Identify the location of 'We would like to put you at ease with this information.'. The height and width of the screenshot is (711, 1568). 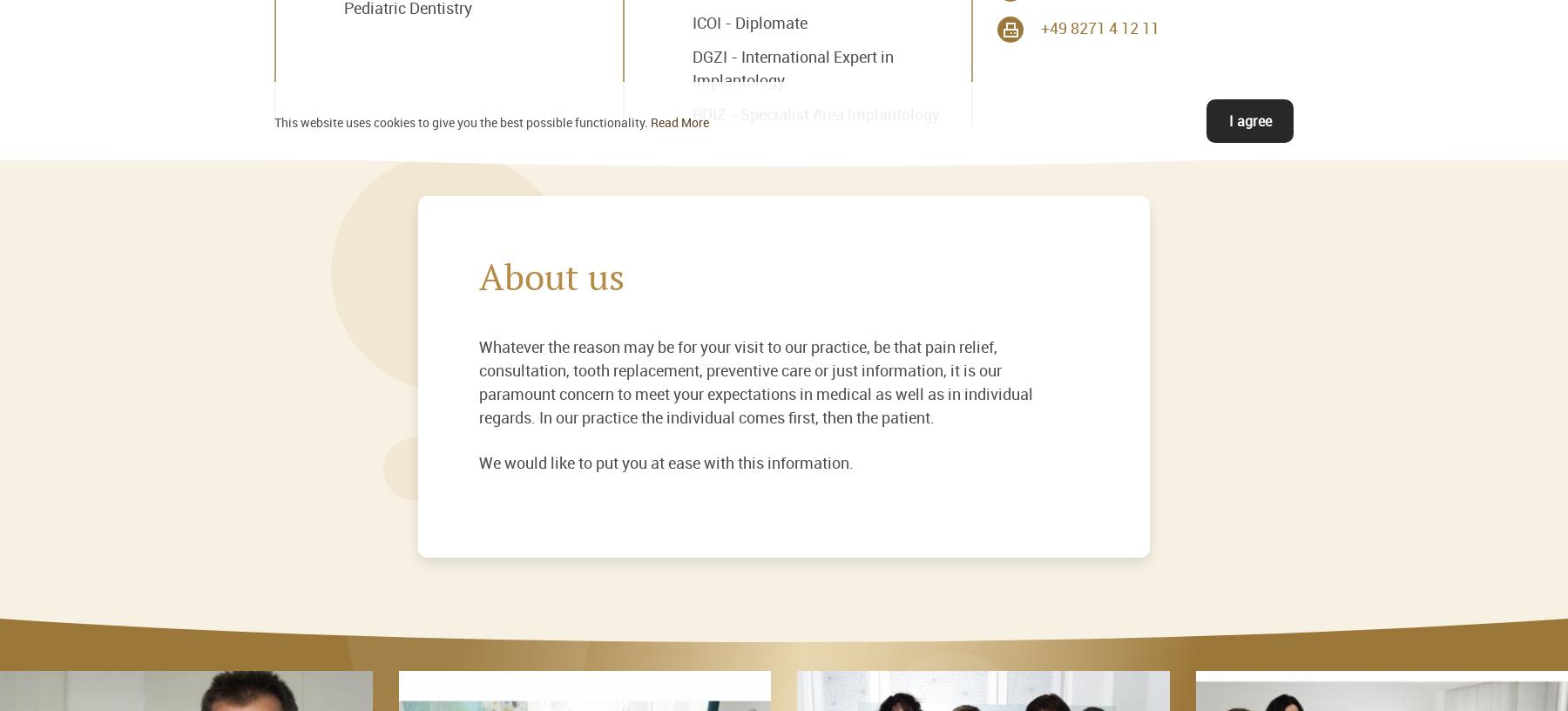
(478, 461).